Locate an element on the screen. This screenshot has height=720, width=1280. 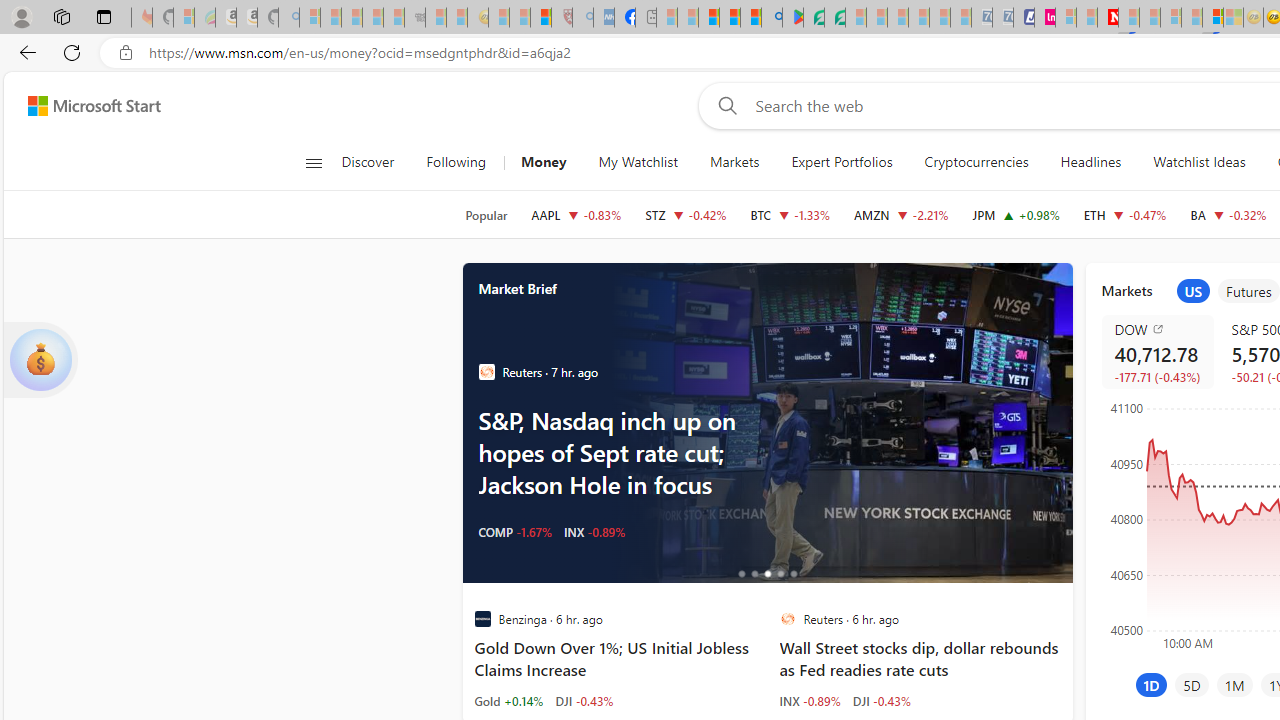
'1M' is located at coordinates (1233, 684).